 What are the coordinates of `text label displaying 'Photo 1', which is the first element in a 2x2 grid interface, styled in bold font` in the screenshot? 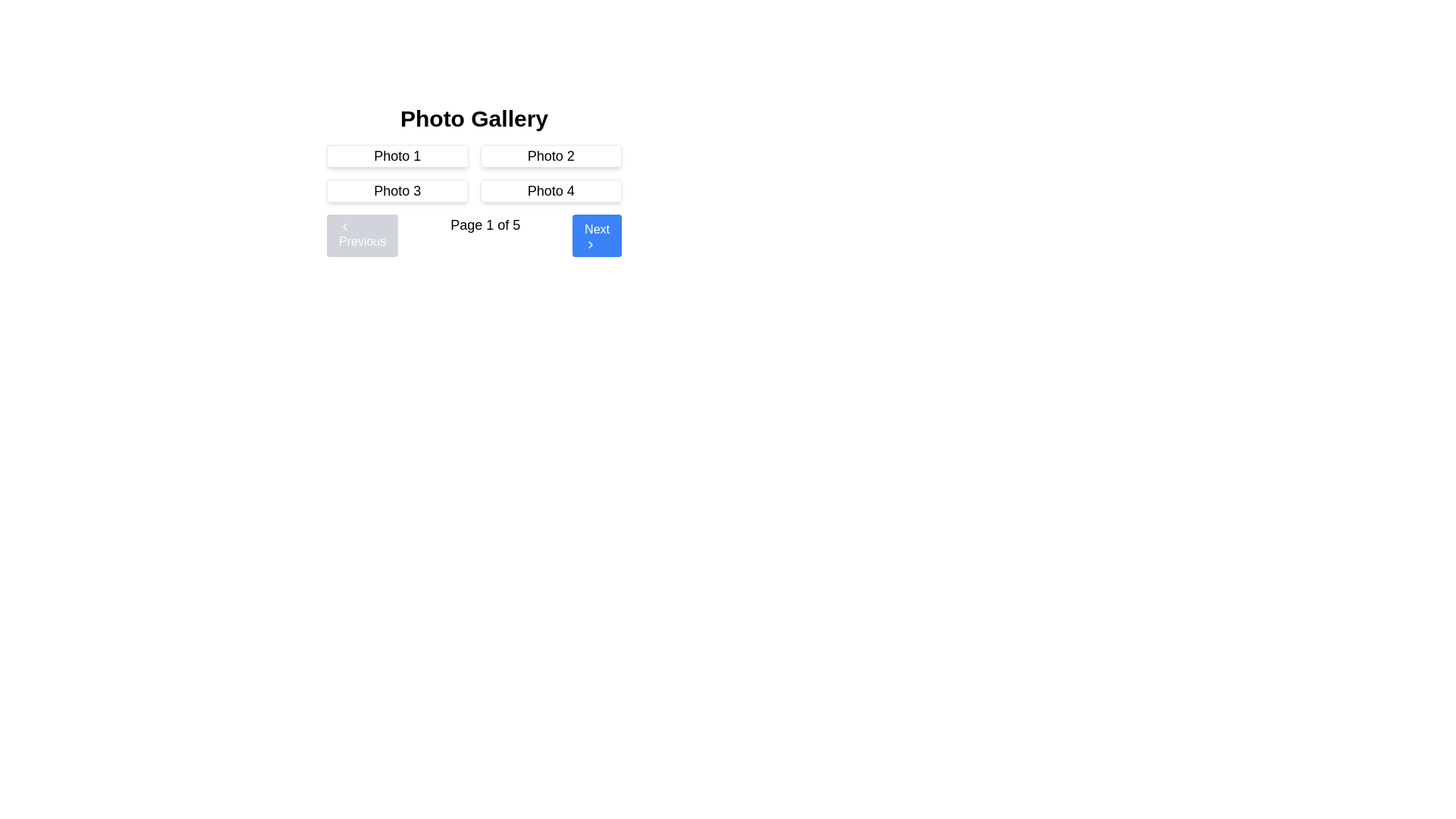 It's located at (397, 155).